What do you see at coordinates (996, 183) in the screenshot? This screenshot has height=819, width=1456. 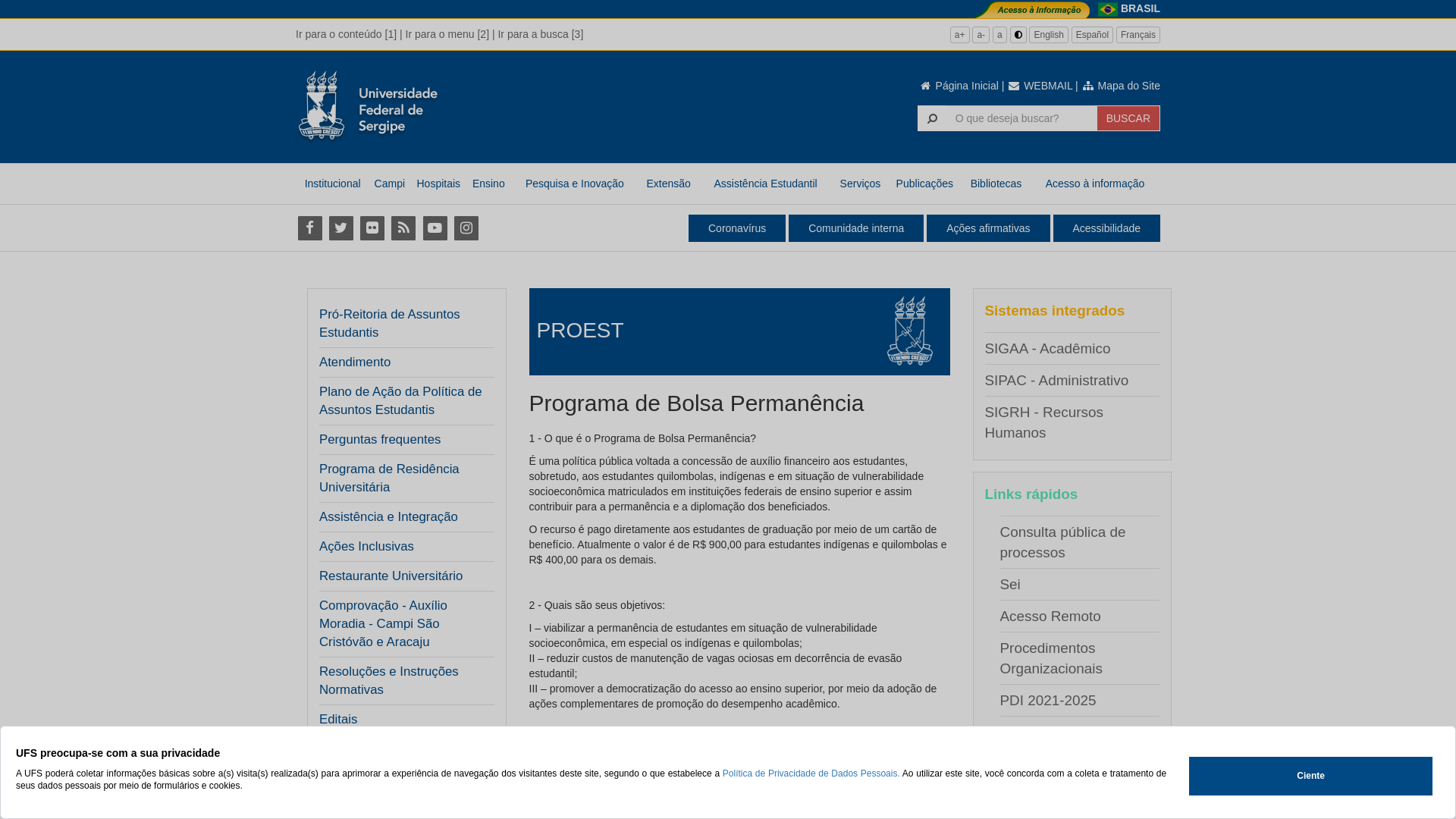 I see `'Bibliotecas'` at bounding box center [996, 183].